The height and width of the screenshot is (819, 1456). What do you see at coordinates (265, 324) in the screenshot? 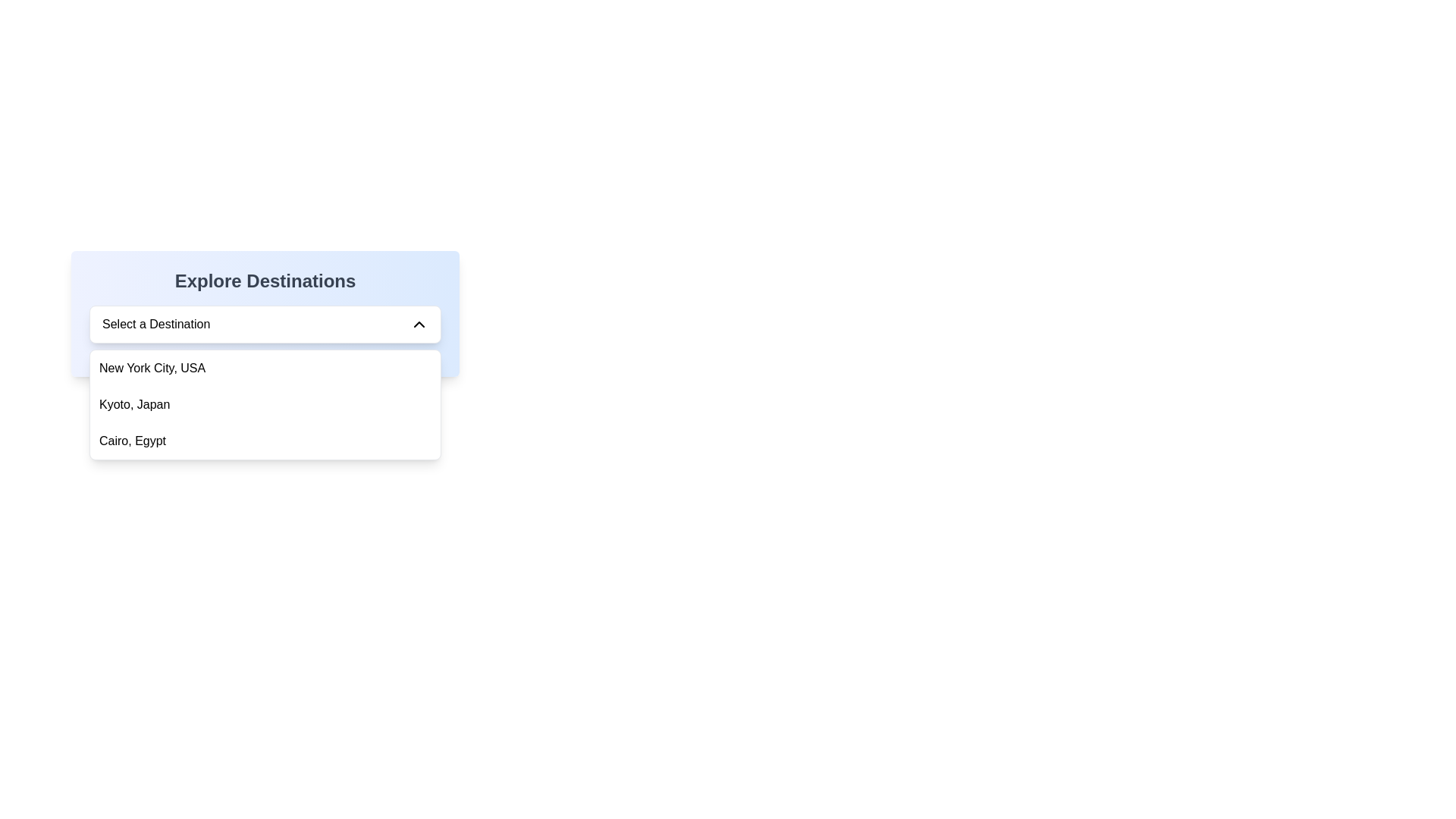
I see `the dropdown menu located in the 'Explore Destinations' card` at bounding box center [265, 324].